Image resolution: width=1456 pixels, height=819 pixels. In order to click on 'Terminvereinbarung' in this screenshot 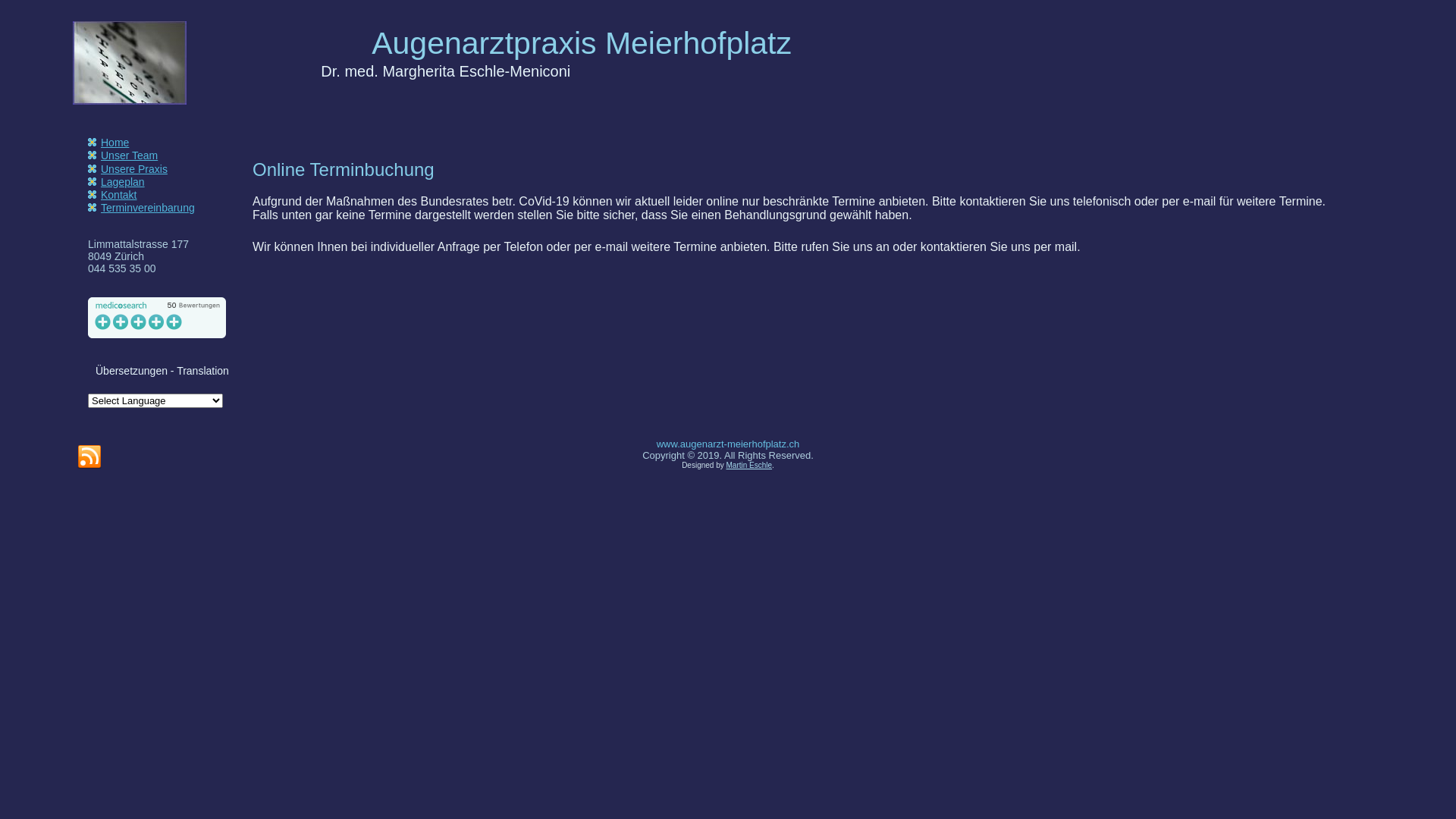, I will do `click(148, 207)`.